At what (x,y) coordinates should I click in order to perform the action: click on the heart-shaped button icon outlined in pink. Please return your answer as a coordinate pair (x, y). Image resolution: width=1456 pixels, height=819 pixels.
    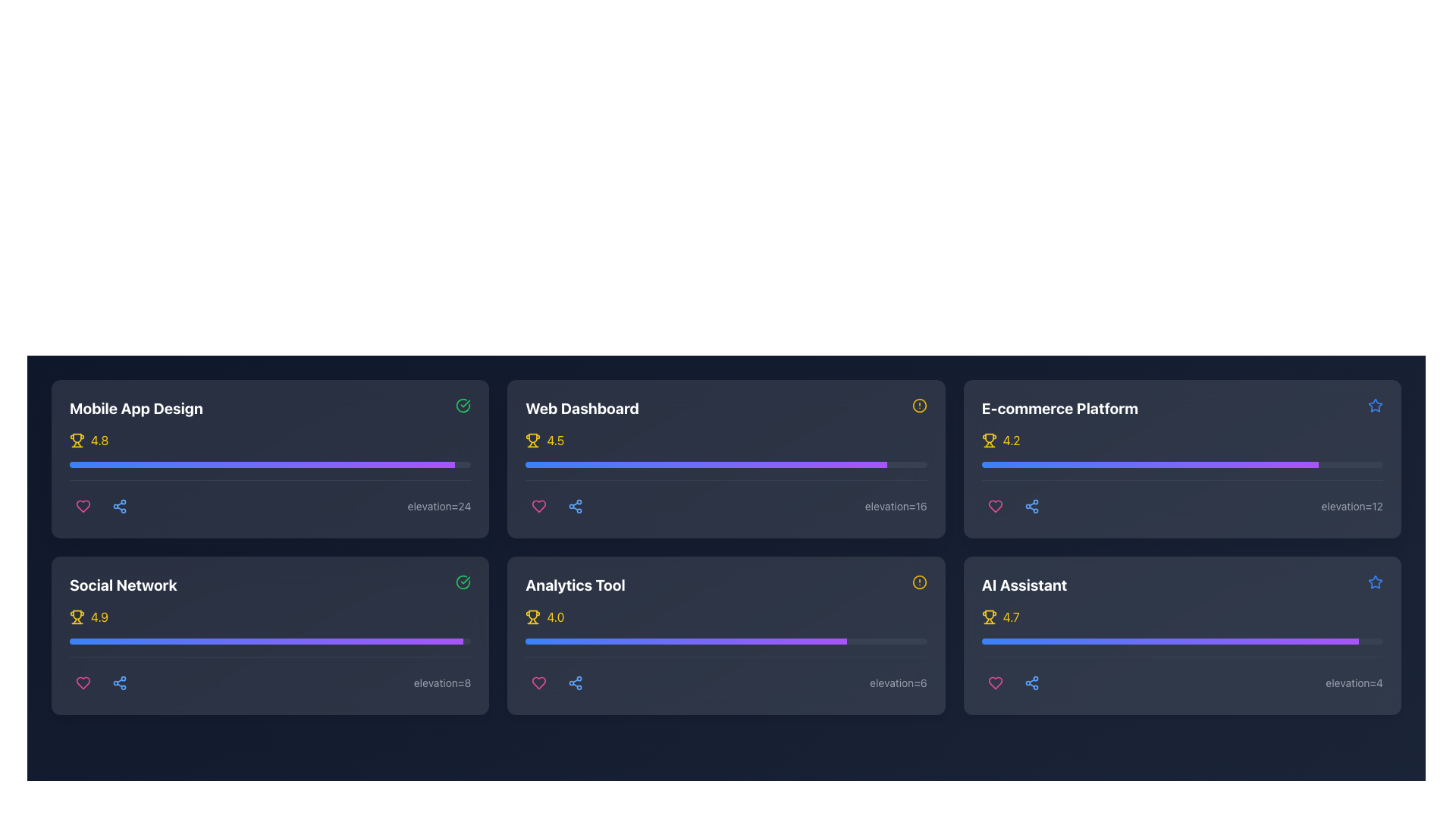
    Looking at the image, I should click on (83, 683).